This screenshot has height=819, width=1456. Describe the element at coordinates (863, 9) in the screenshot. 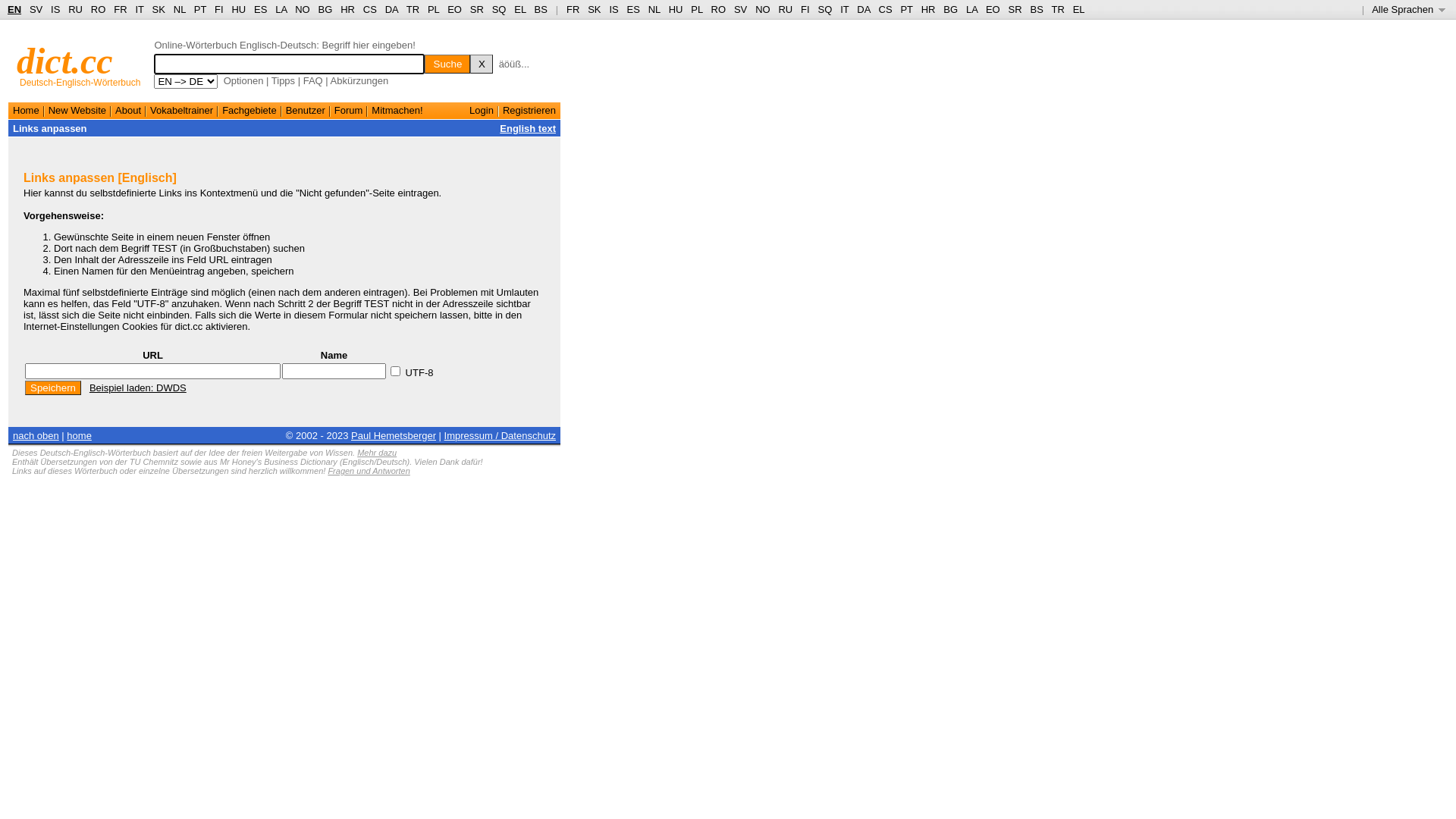

I see `'DA'` at that location.